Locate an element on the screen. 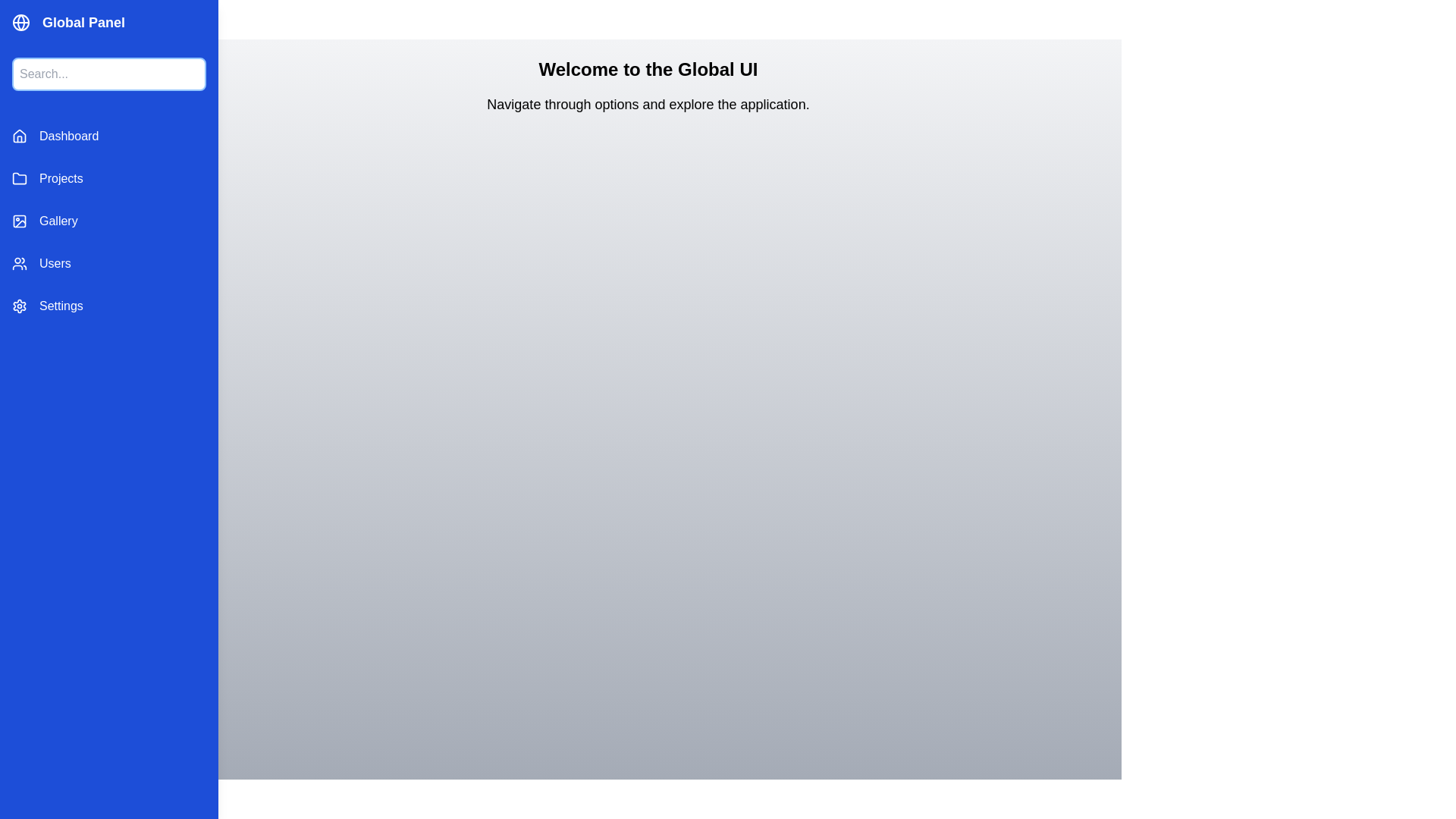  toggle button to change the drawer's visibility is located at coordinates (184, 48).